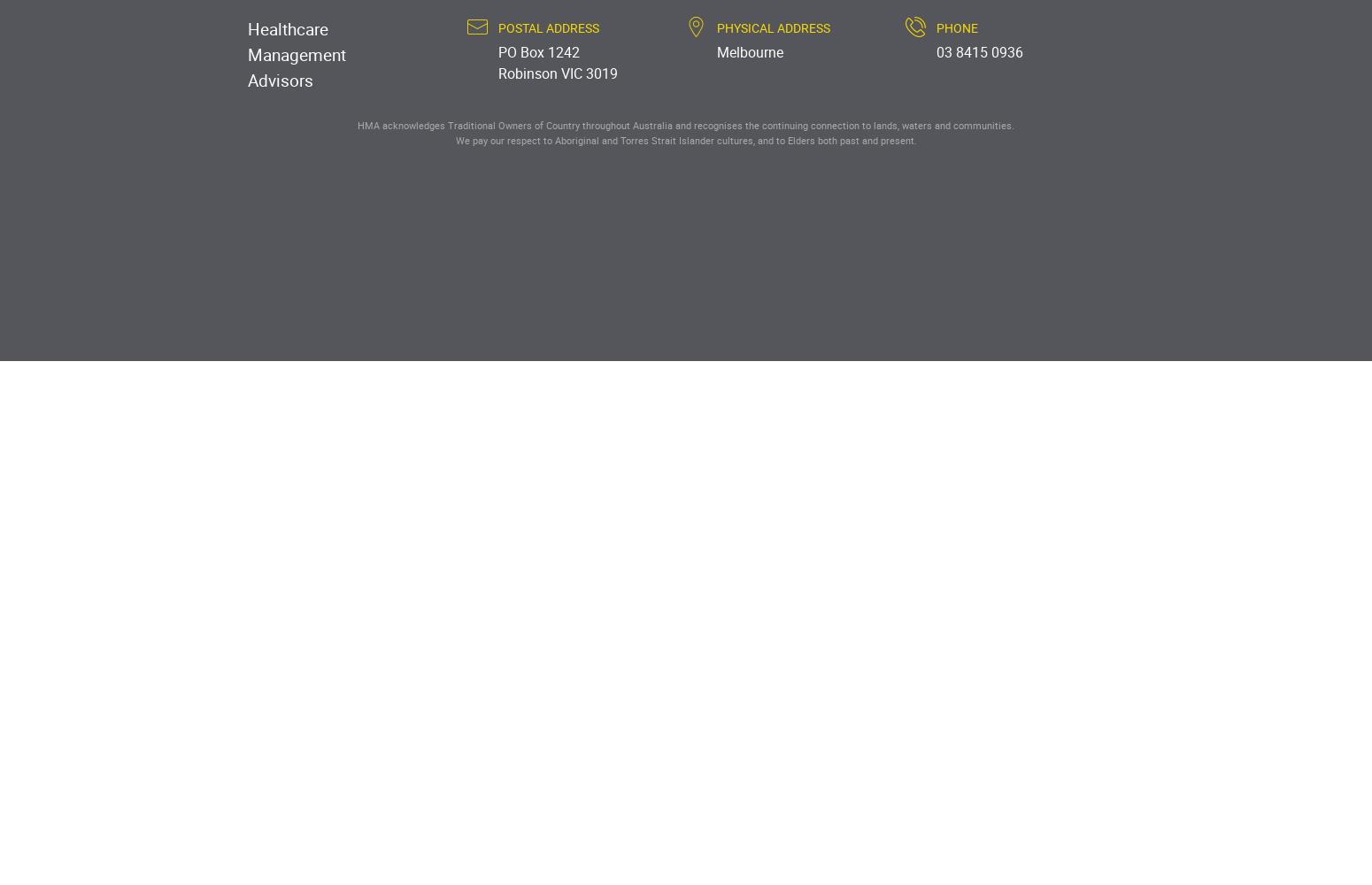 The image size is (1372, 885). I want to click on 'Physical Address', so click(716, 27).